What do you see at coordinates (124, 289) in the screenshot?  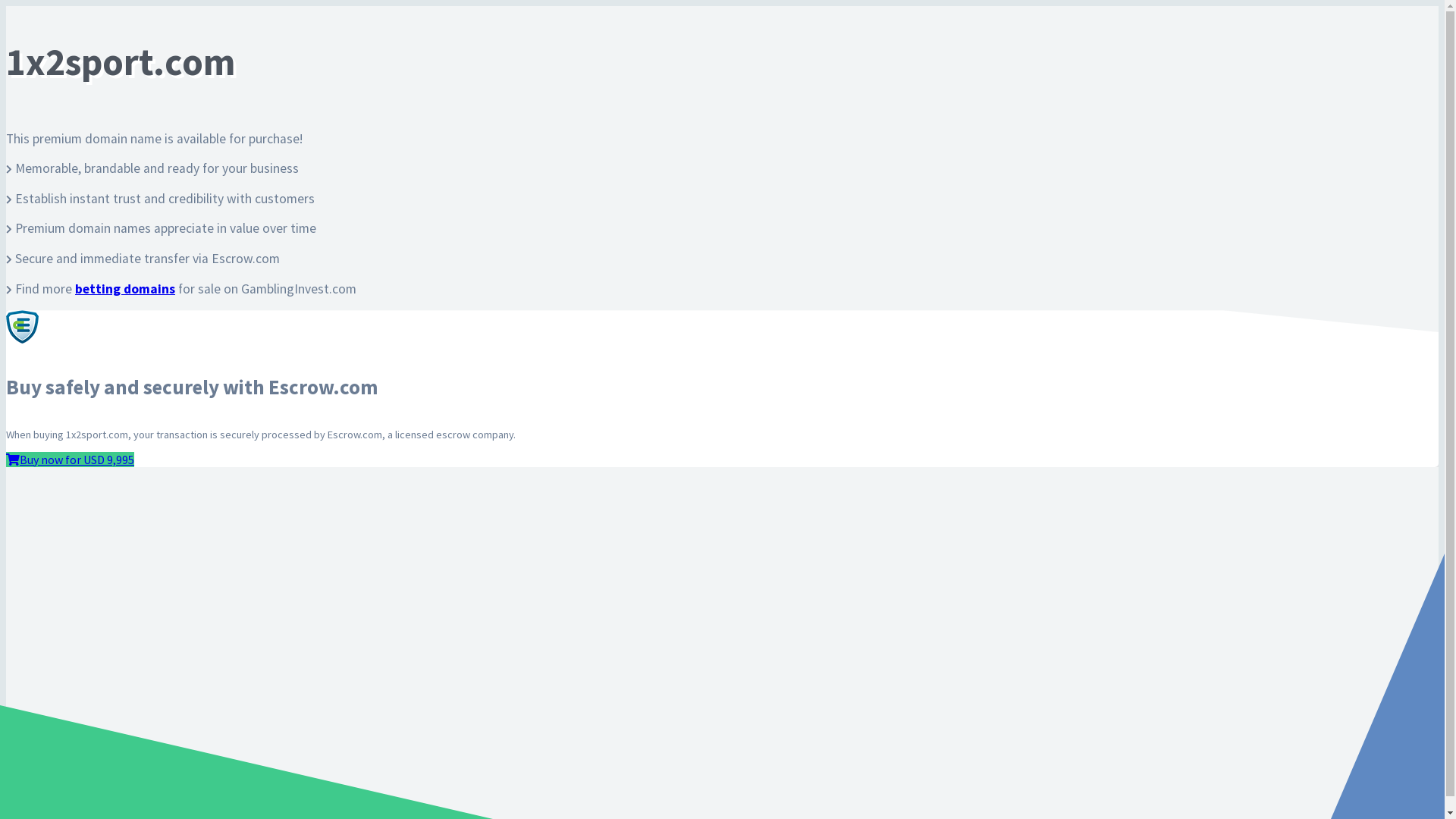 I see `'betting domains'` at bounding box center [124, 289].